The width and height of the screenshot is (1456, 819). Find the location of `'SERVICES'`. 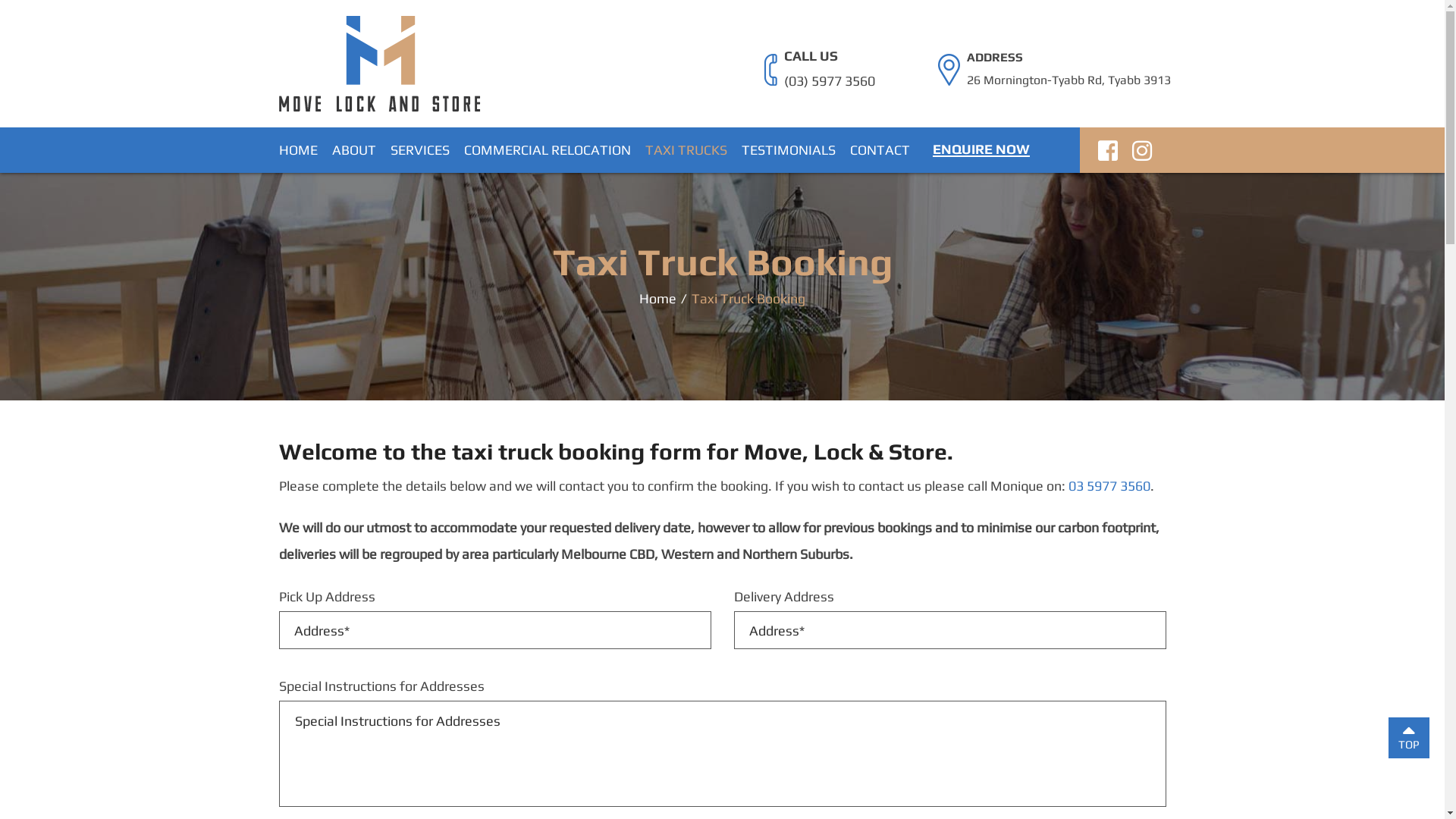

'SERVICES' is located at coordinates (389, 149).